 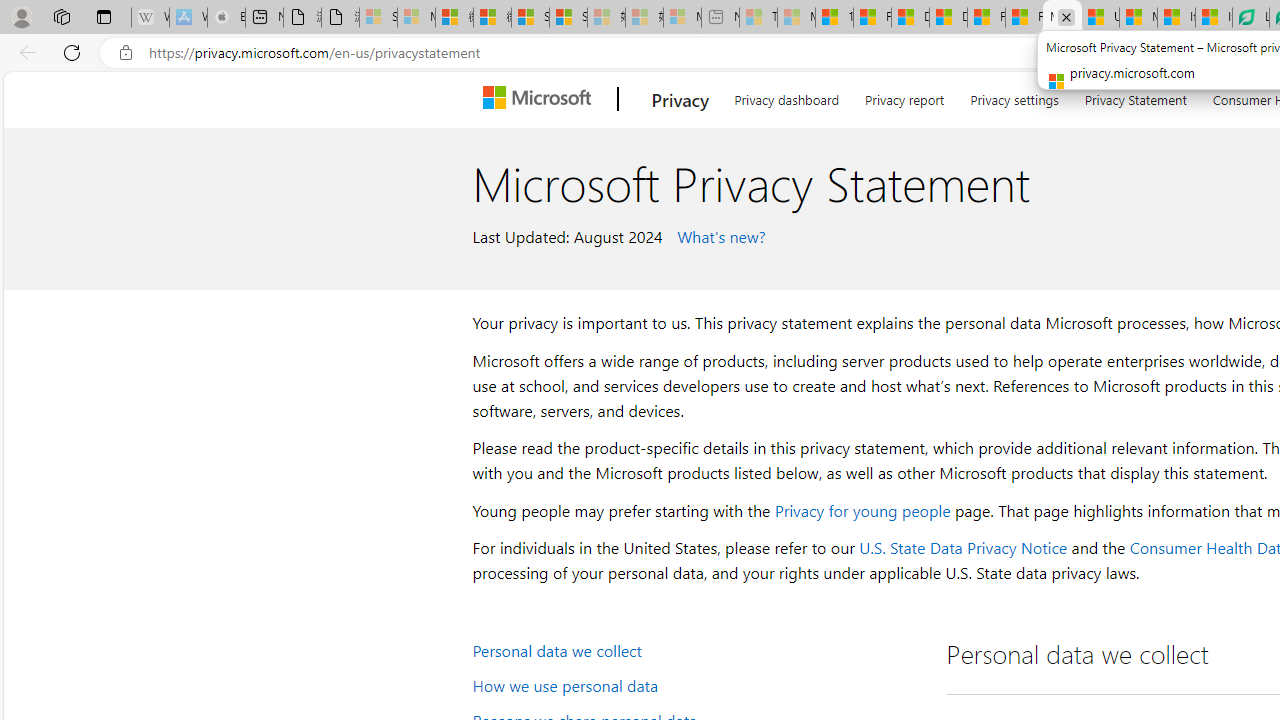 What do you see at coordinates (1249, 17) in the screenshot?
I see `'LendingTree - Compare Lenders'` at bounding box center [1249, 17].